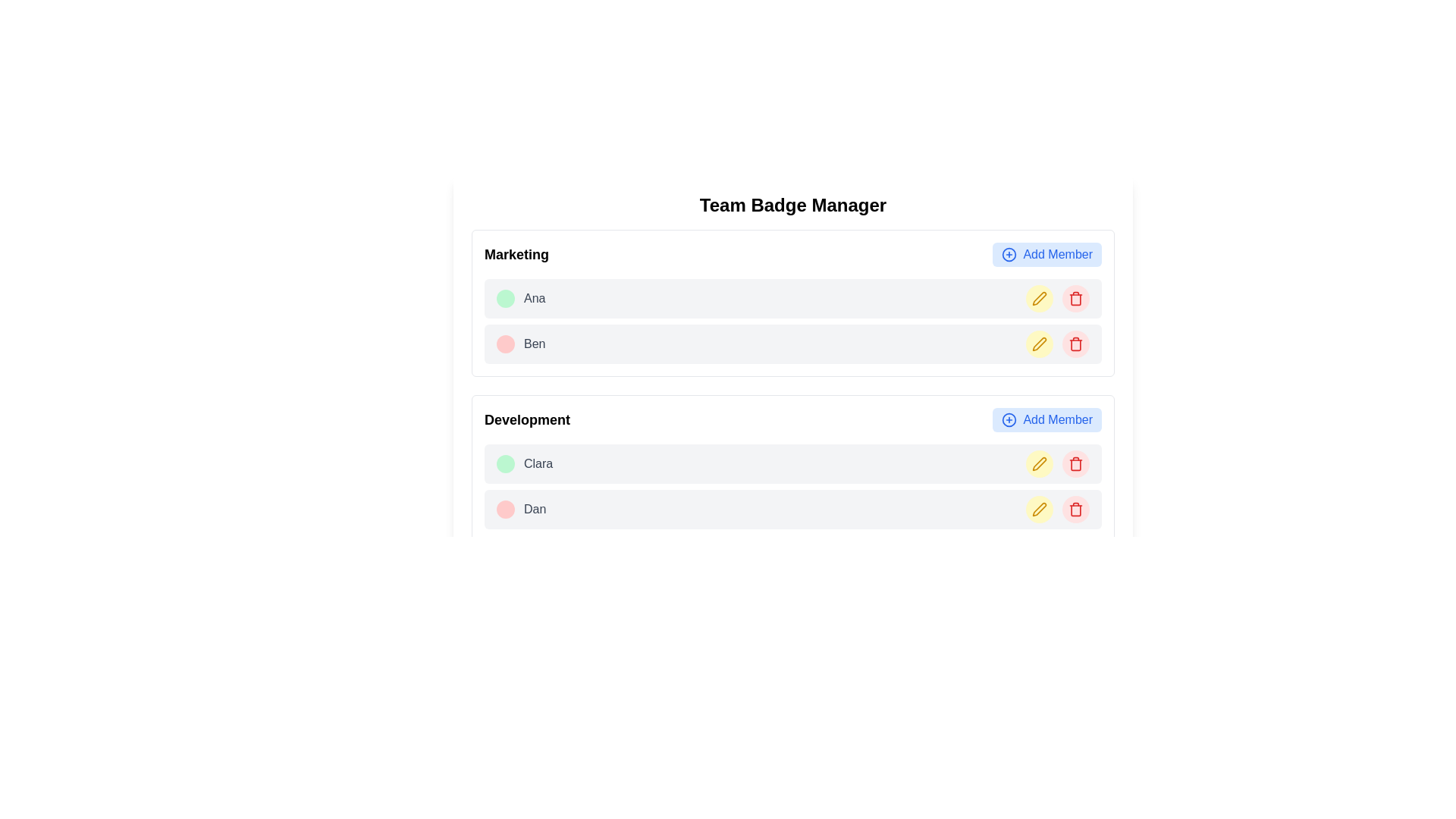 The image size is (1456, 819). I want to click on text content of the second text label adjacent to the green badge labeled 'Active' in the 'Development' section of the team management interface, so click(525, 463).